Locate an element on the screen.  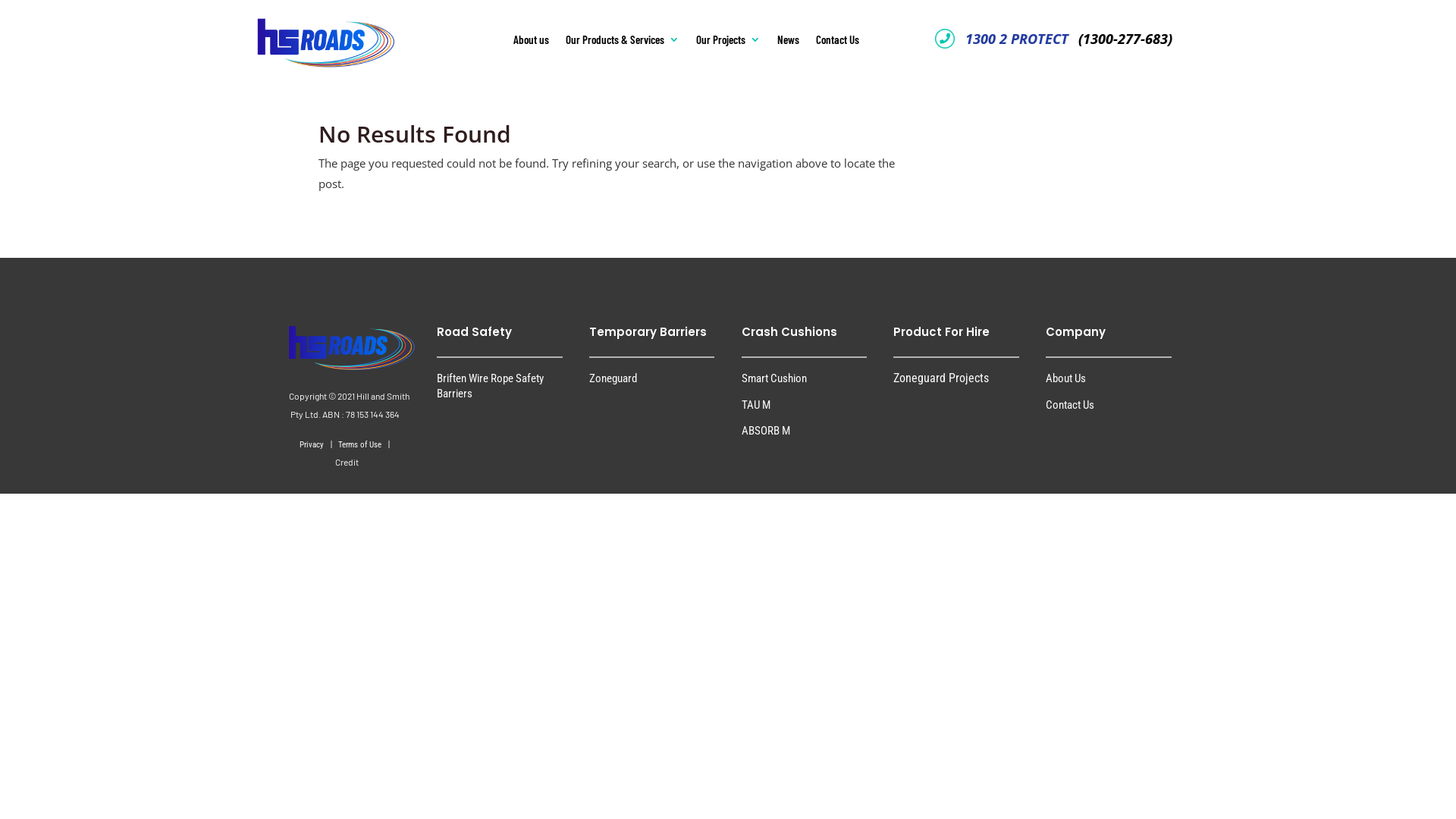
'Terms of Use' is located at coordinates (359, 444).